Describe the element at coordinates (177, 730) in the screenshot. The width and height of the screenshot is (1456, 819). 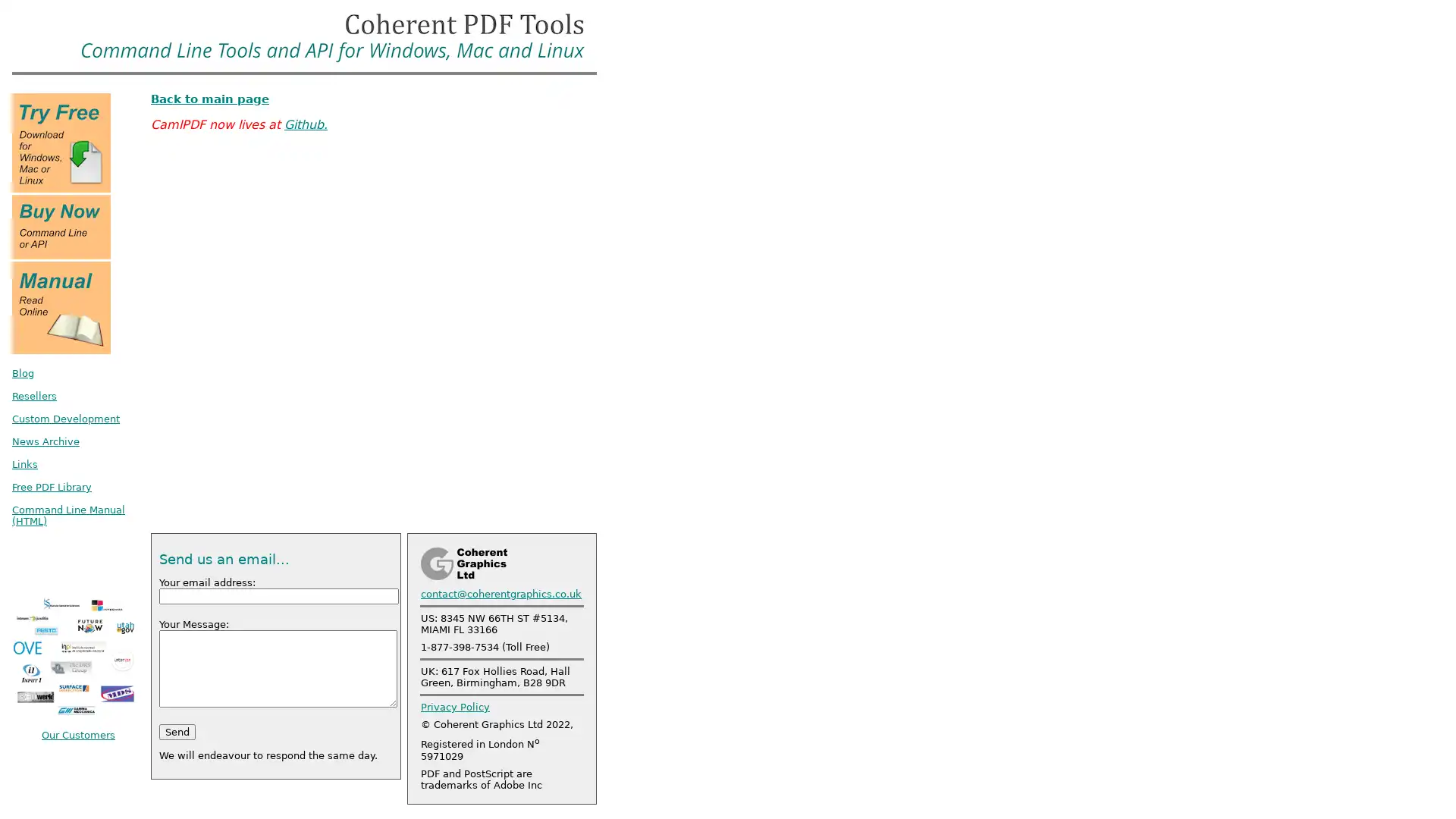
I see `Send` at that location.